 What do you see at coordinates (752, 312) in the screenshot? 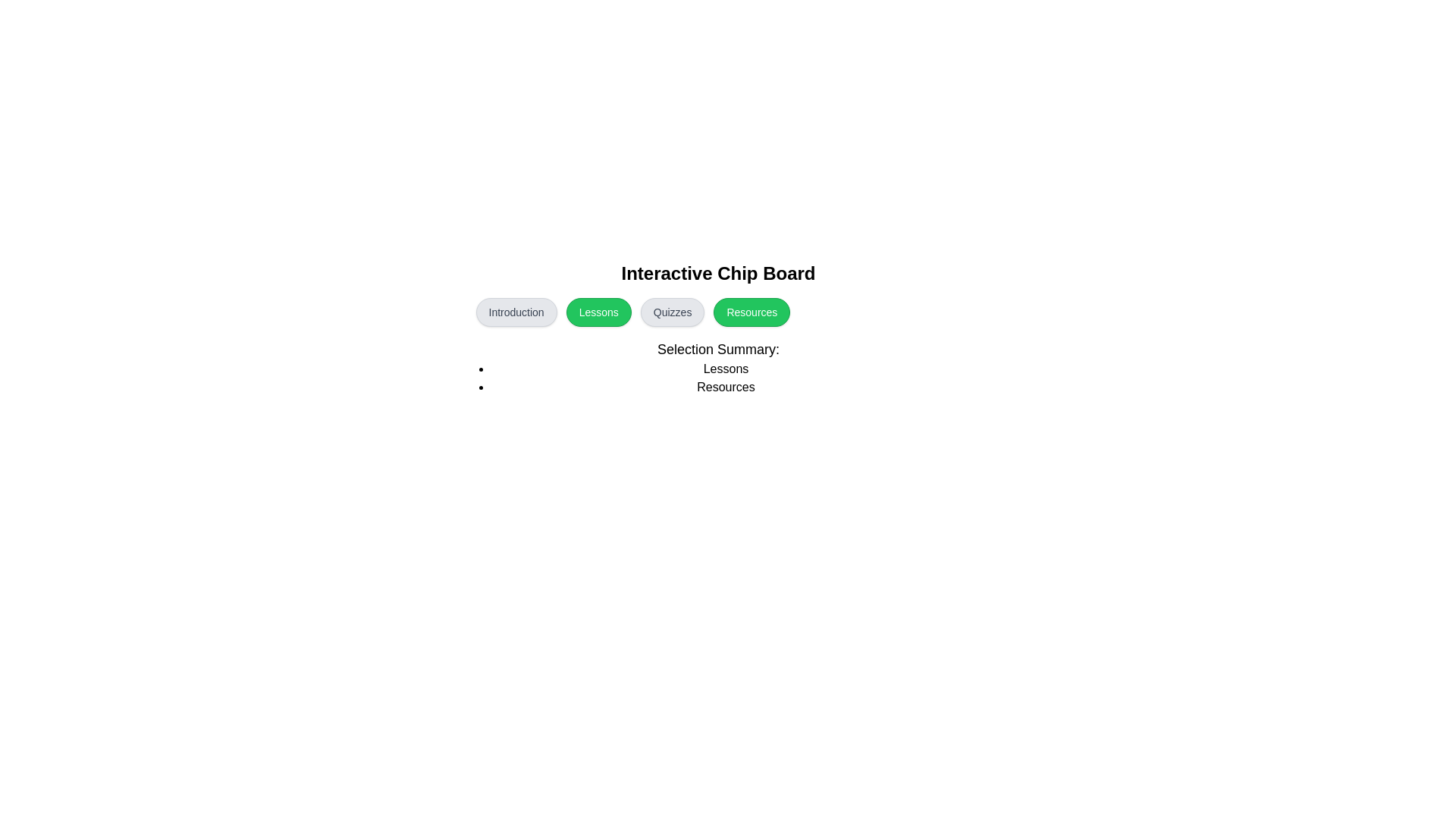
I see `the 'Resources' button, which is a rectangular button with rounded edges, solid green background, and white text` at bounding box center [752, 312].